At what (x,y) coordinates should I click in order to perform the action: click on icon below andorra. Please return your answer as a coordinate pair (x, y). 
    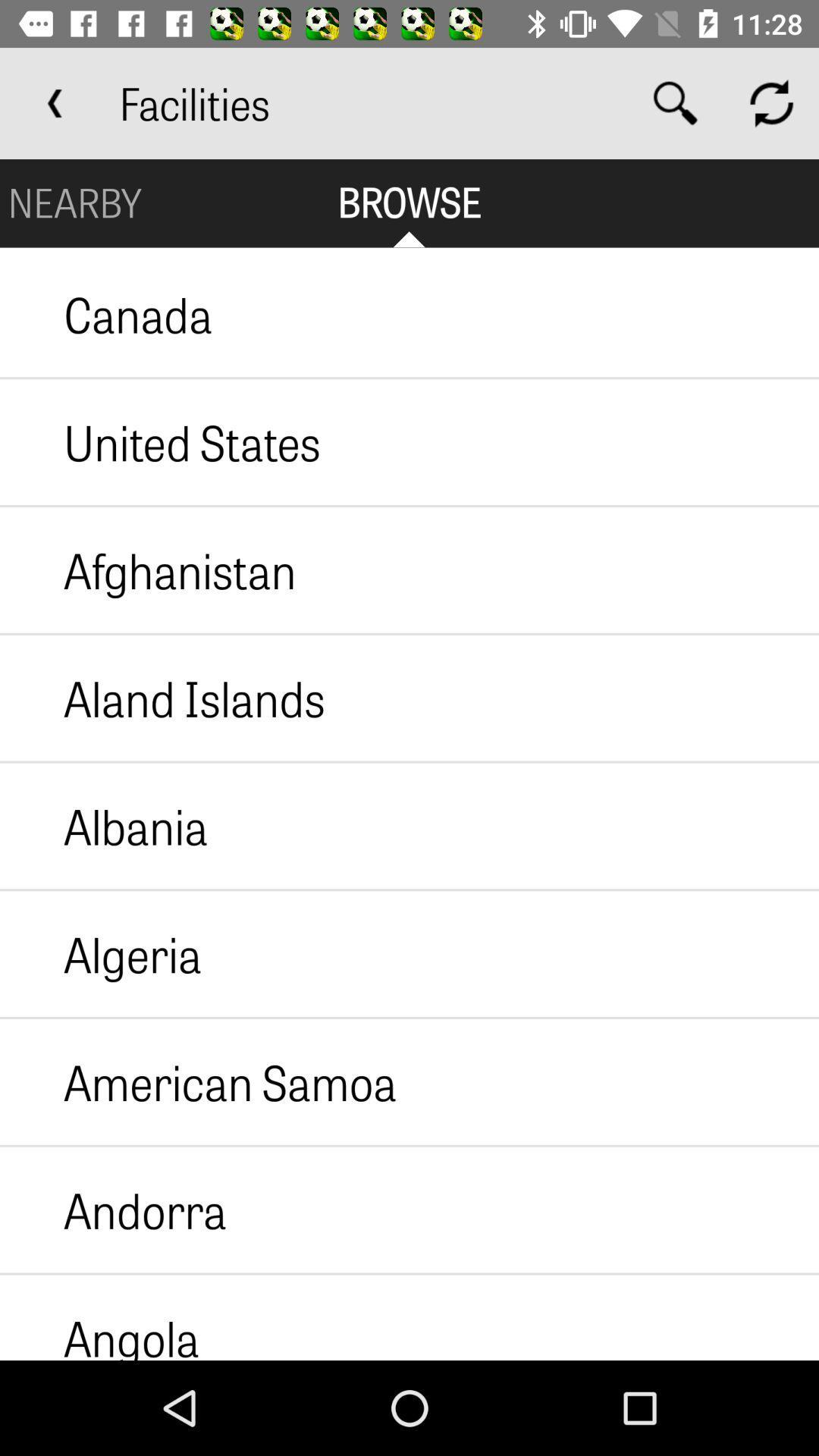
    Looking at the image, I should click on (99, 1316).